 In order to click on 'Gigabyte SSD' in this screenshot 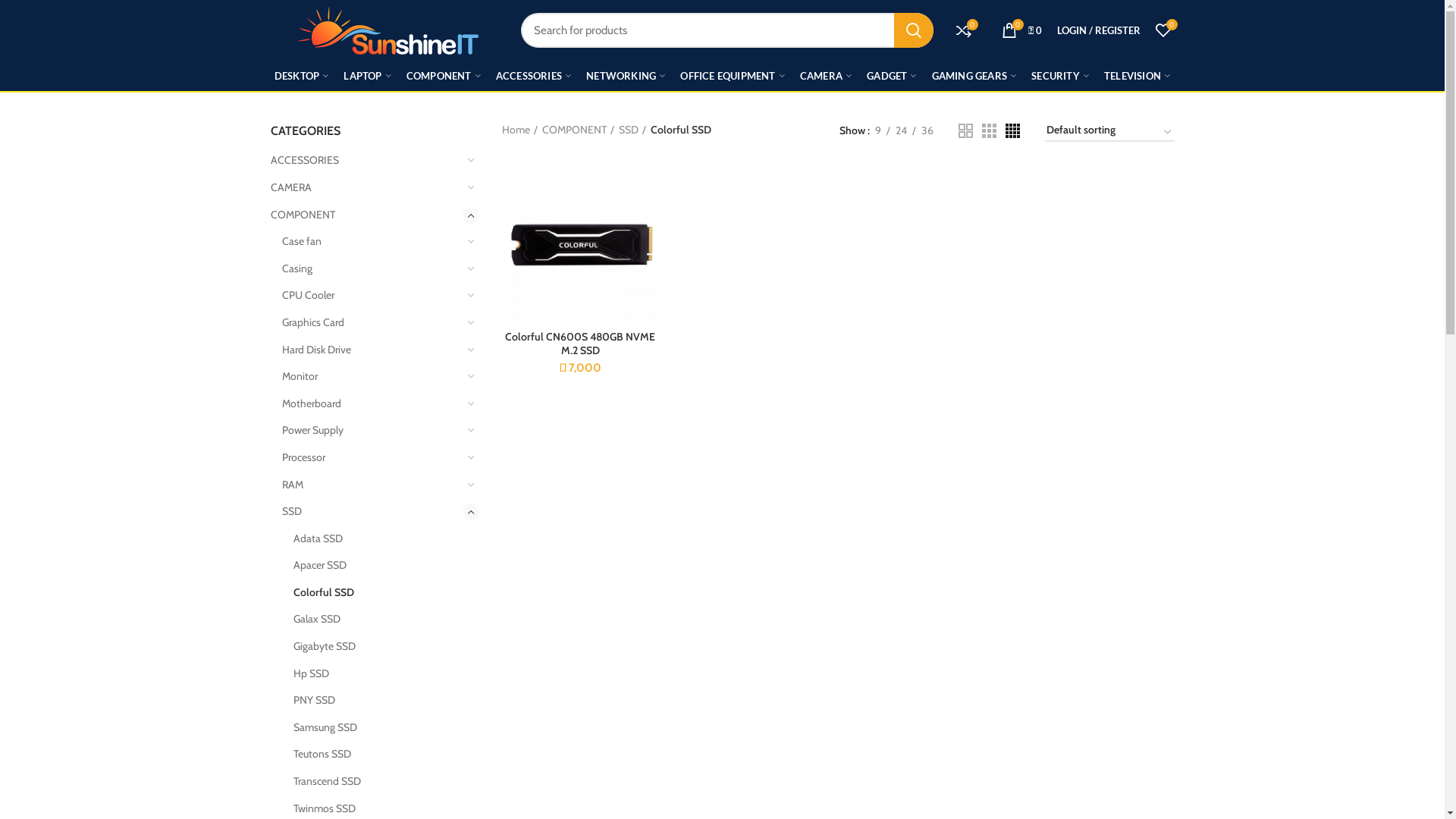, I will do `click(376, 646)`.